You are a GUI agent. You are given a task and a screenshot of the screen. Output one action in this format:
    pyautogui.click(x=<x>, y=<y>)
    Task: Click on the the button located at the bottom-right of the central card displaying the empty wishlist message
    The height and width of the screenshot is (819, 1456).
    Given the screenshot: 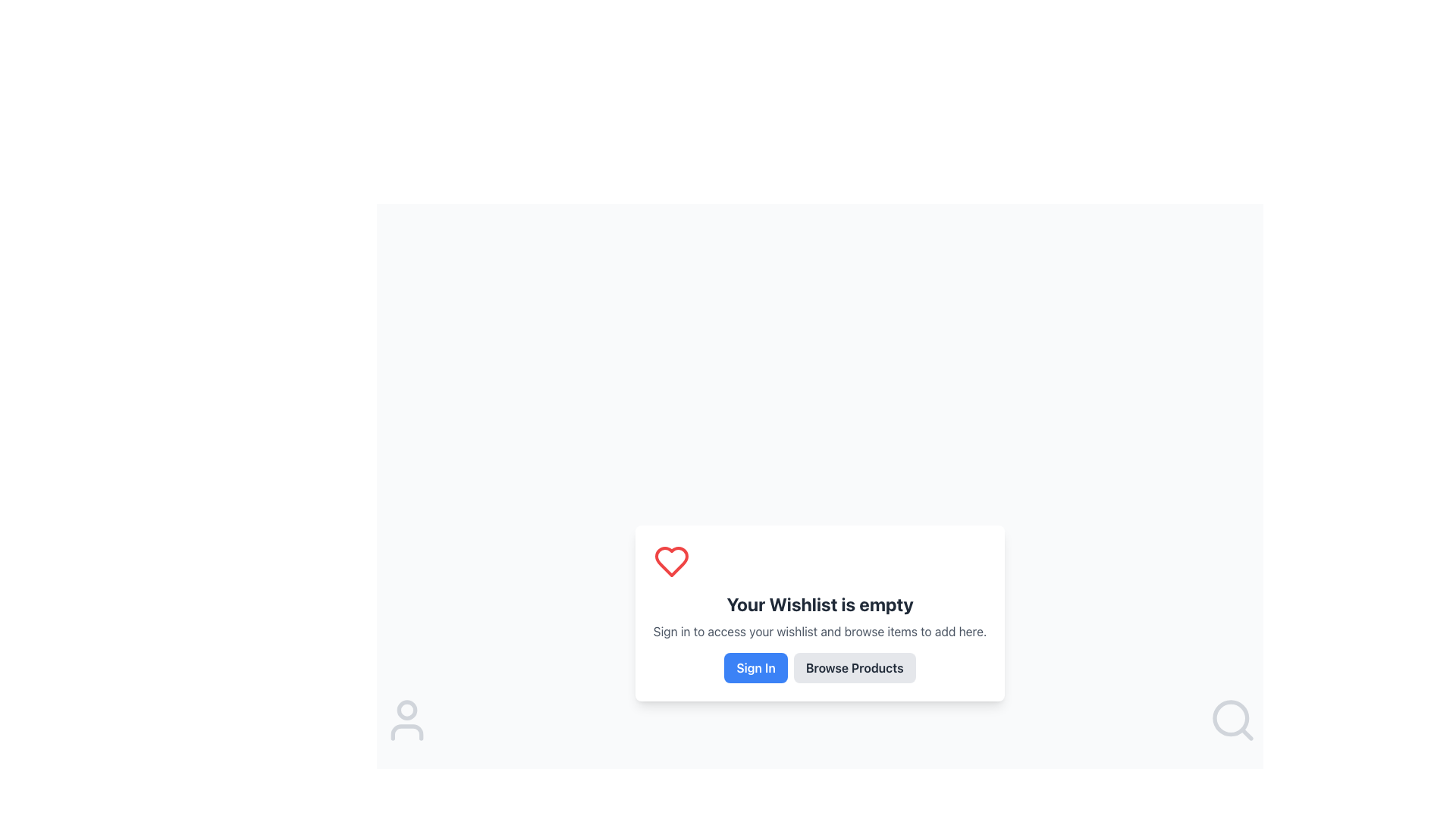 What is the action you would take?
    pyautogui.click(x=855, y=667)
    